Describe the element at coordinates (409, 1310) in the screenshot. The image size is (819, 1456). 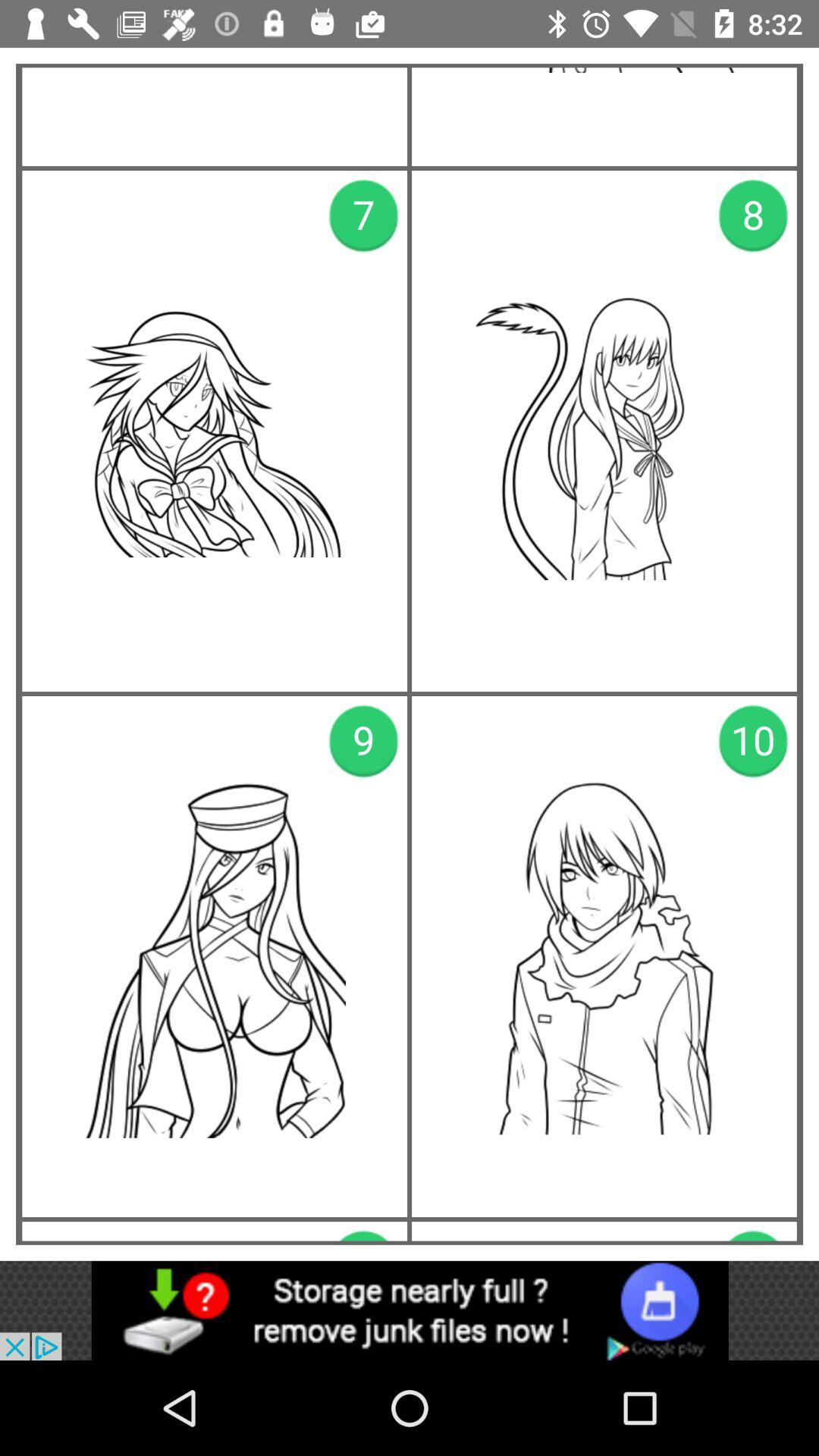
I see `it shows the information about storage clean` at that location.